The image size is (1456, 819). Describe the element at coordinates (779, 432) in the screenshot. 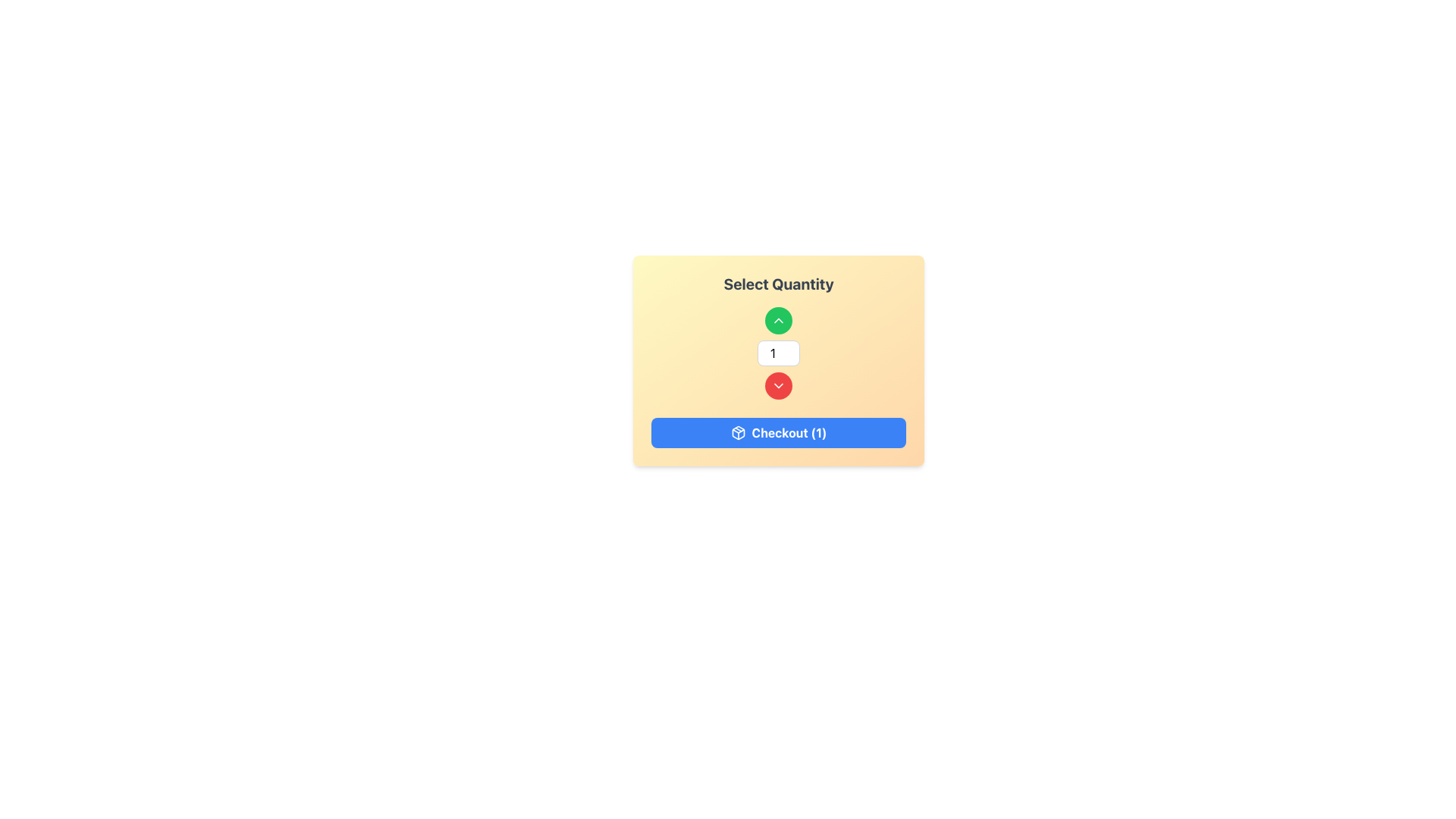

I see `the checkout button located at the bottom of the centered card layout` at that location.